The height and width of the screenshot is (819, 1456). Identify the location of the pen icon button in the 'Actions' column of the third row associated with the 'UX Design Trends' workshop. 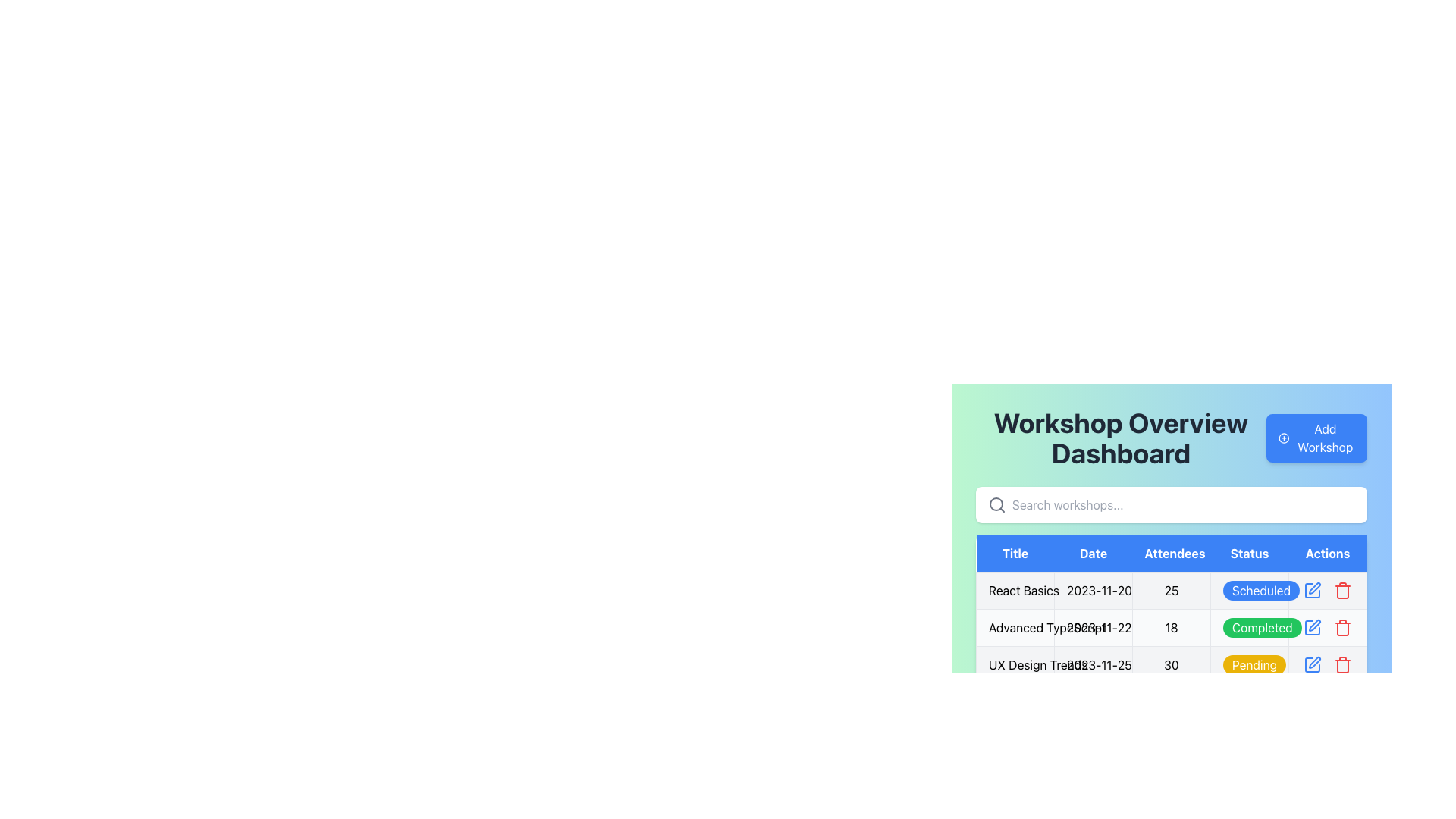
(1313, 662).